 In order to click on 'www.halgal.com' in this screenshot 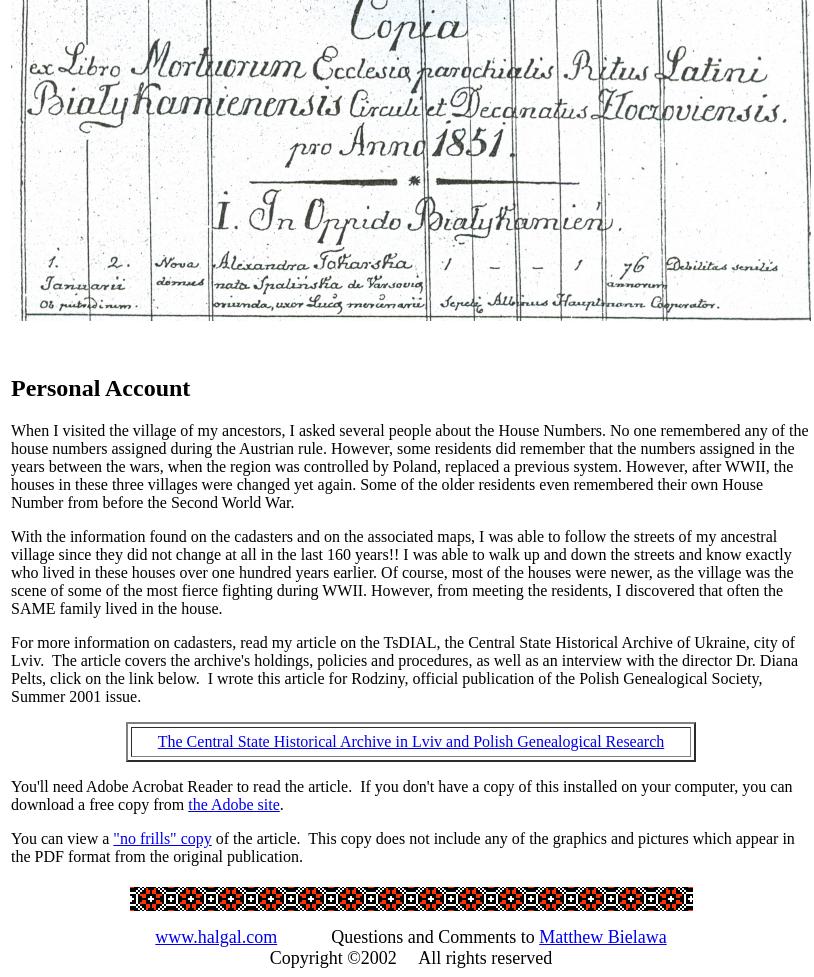, I will do `click(216, 934)`.